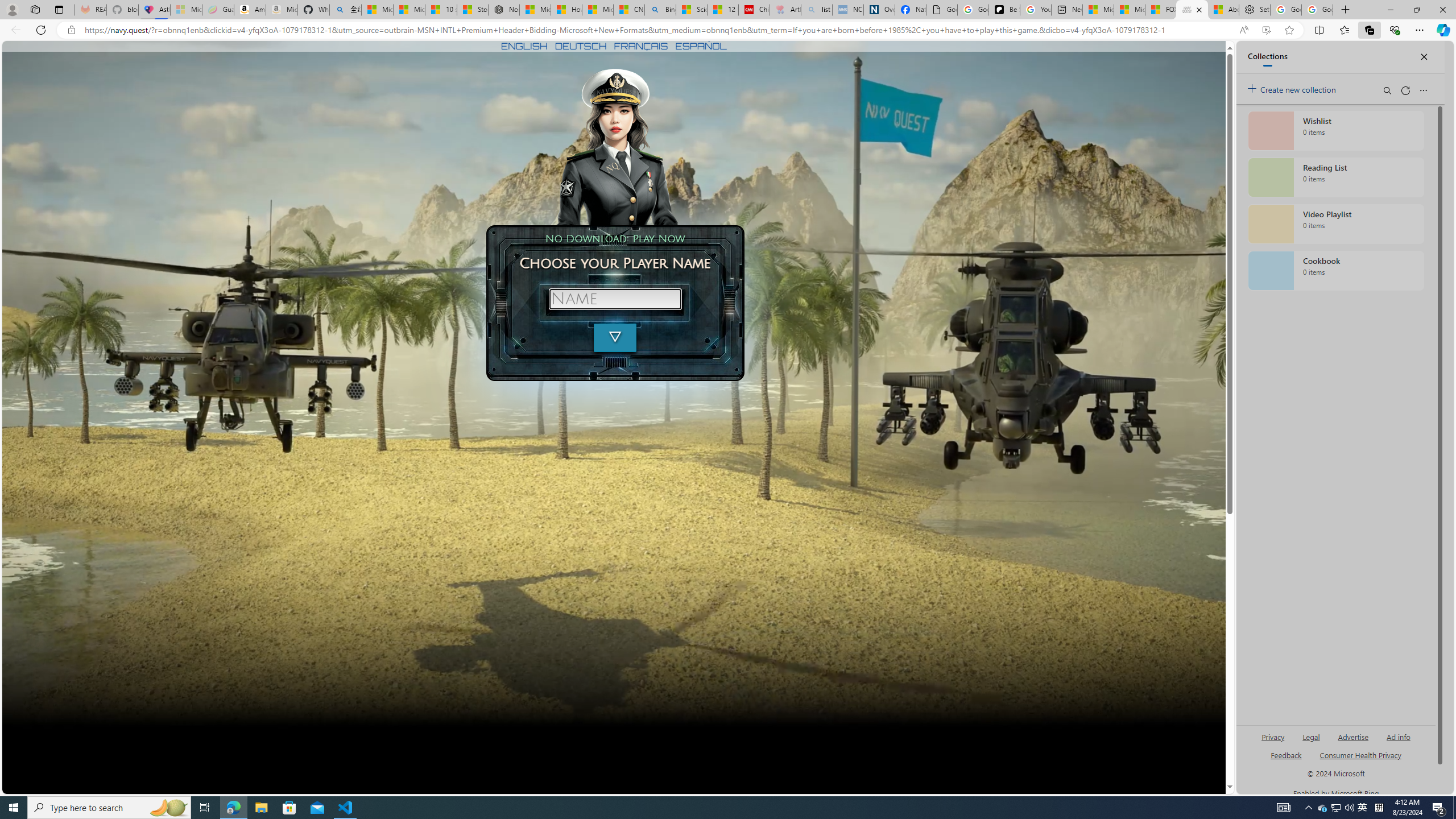  Describe the element at coordinates (71, 30) in the screenshot. I see `'View site information'` at that location.